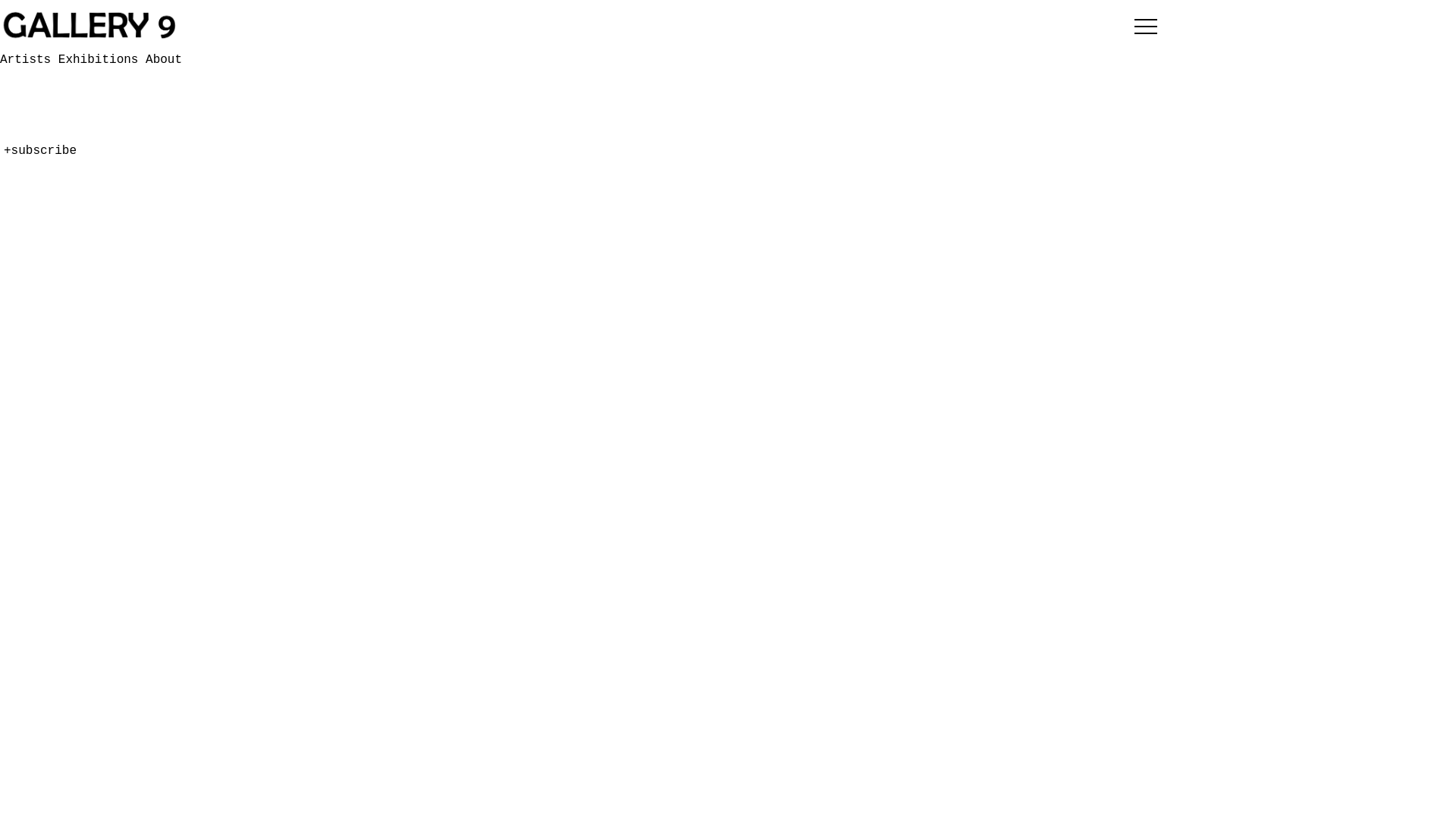 This screenshot has height=819, width=1456. What do you see at coordinates (0, 158) in the screenshot?
I see `'Exhibitions'` at bounding box center [0, 158].